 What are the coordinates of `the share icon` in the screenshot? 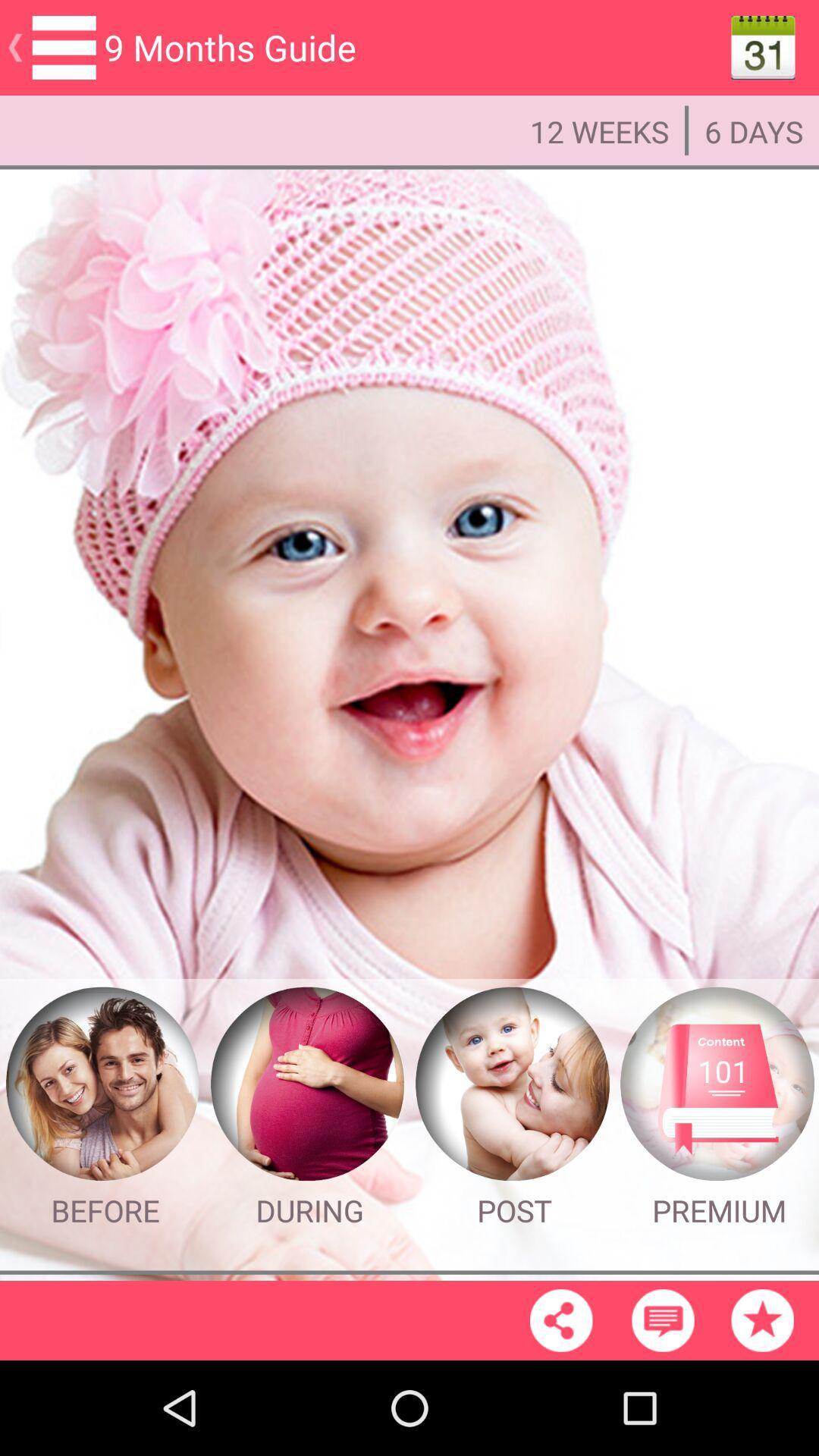 It's located at (561, 1412).